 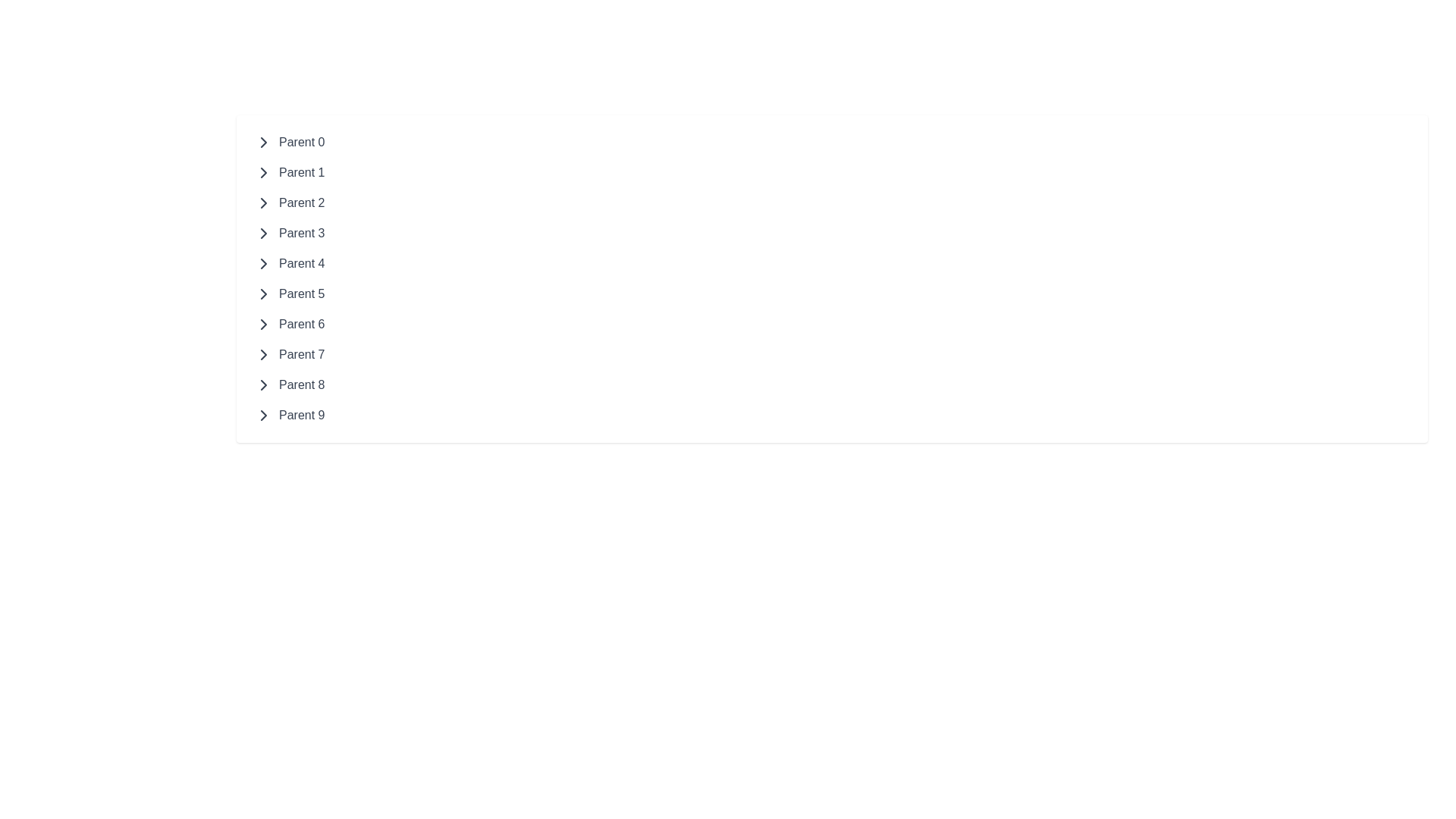 I want to click on the third clickable text label in the vertical list for accessibility navigation, so click(x=290, y=202).